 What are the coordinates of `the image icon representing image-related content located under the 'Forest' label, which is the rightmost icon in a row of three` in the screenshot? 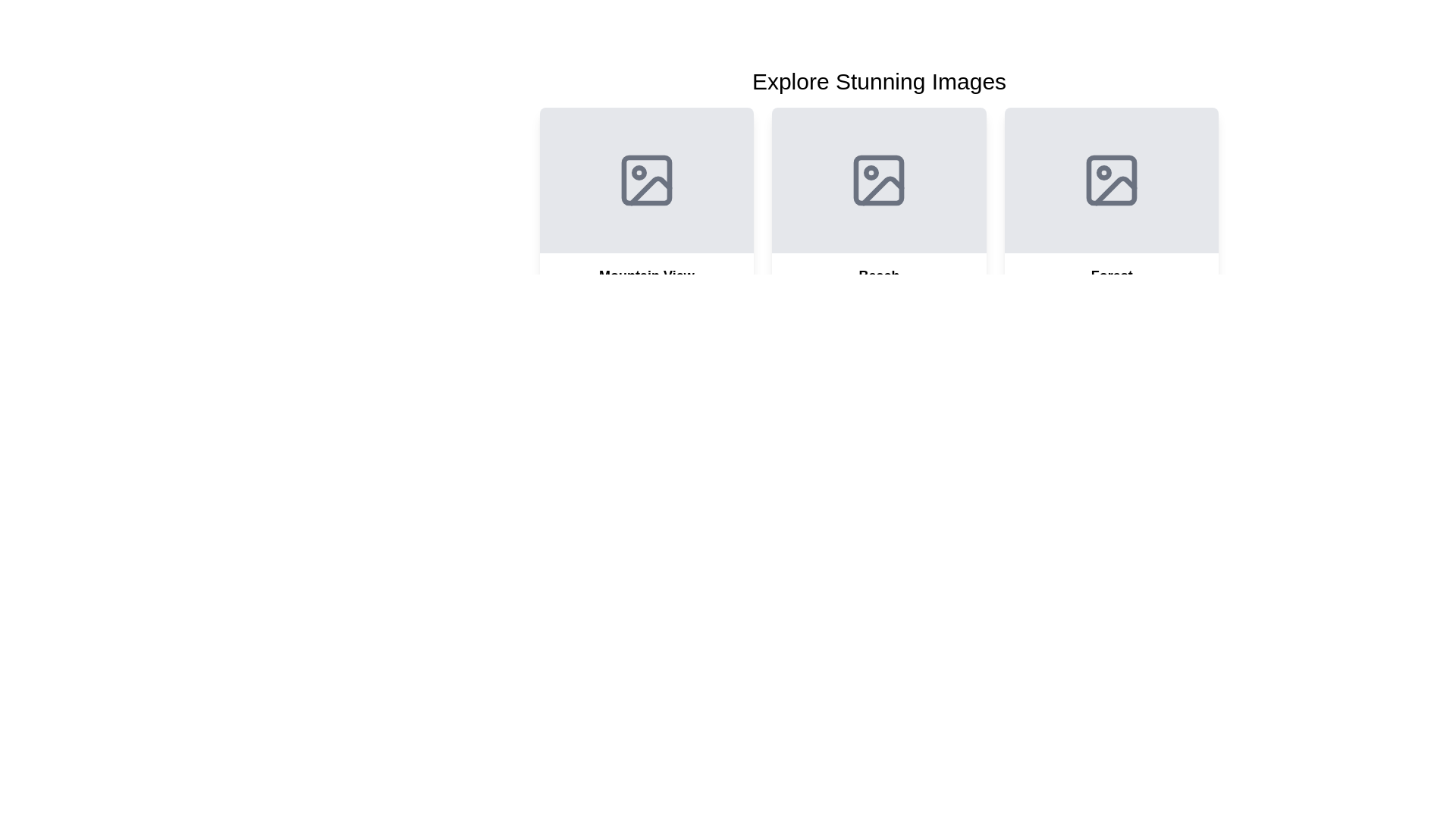 It's located at (1112, 180).